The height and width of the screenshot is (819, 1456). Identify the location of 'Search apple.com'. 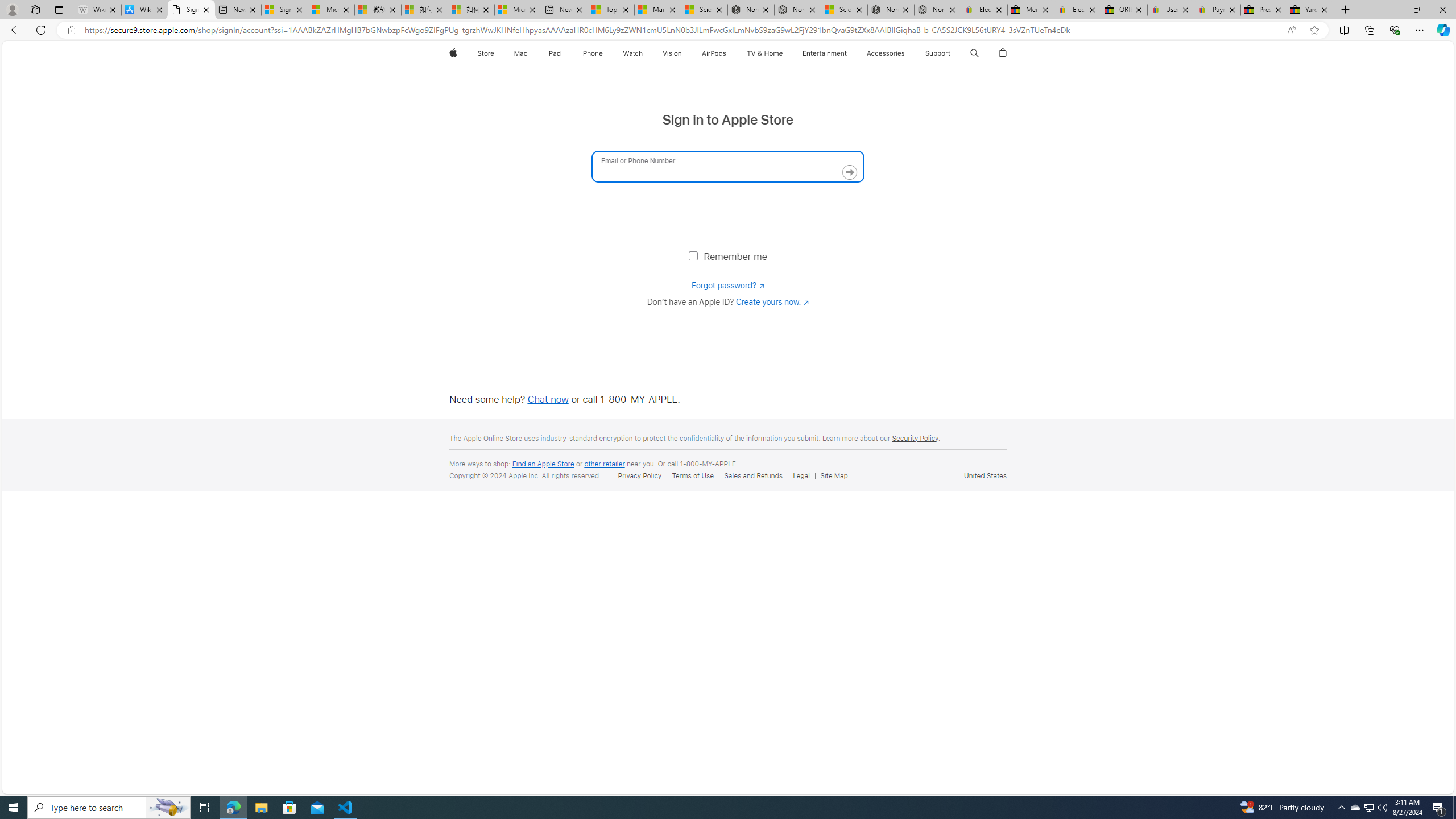
(974, 53).